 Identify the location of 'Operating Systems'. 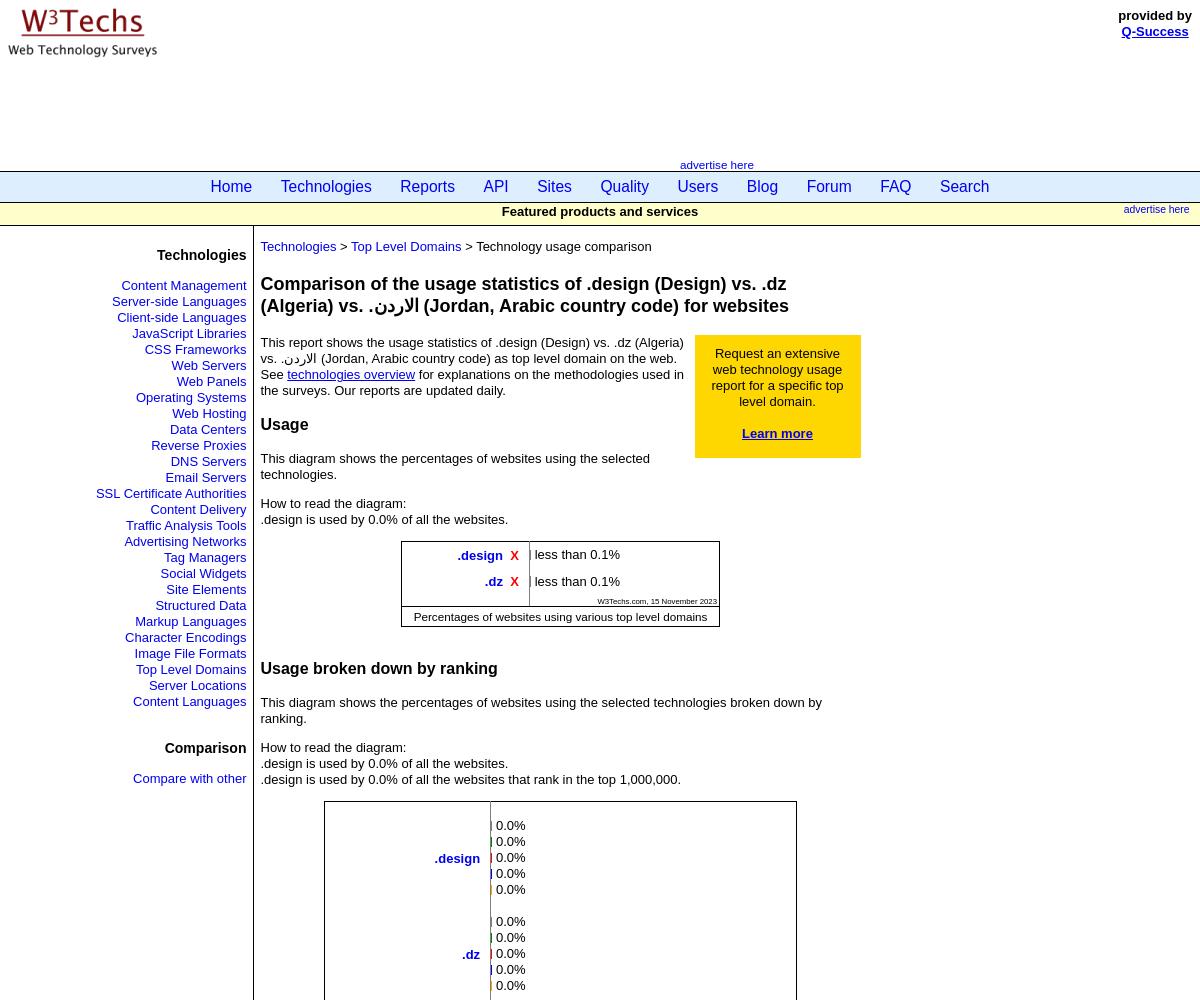
(189, 396).